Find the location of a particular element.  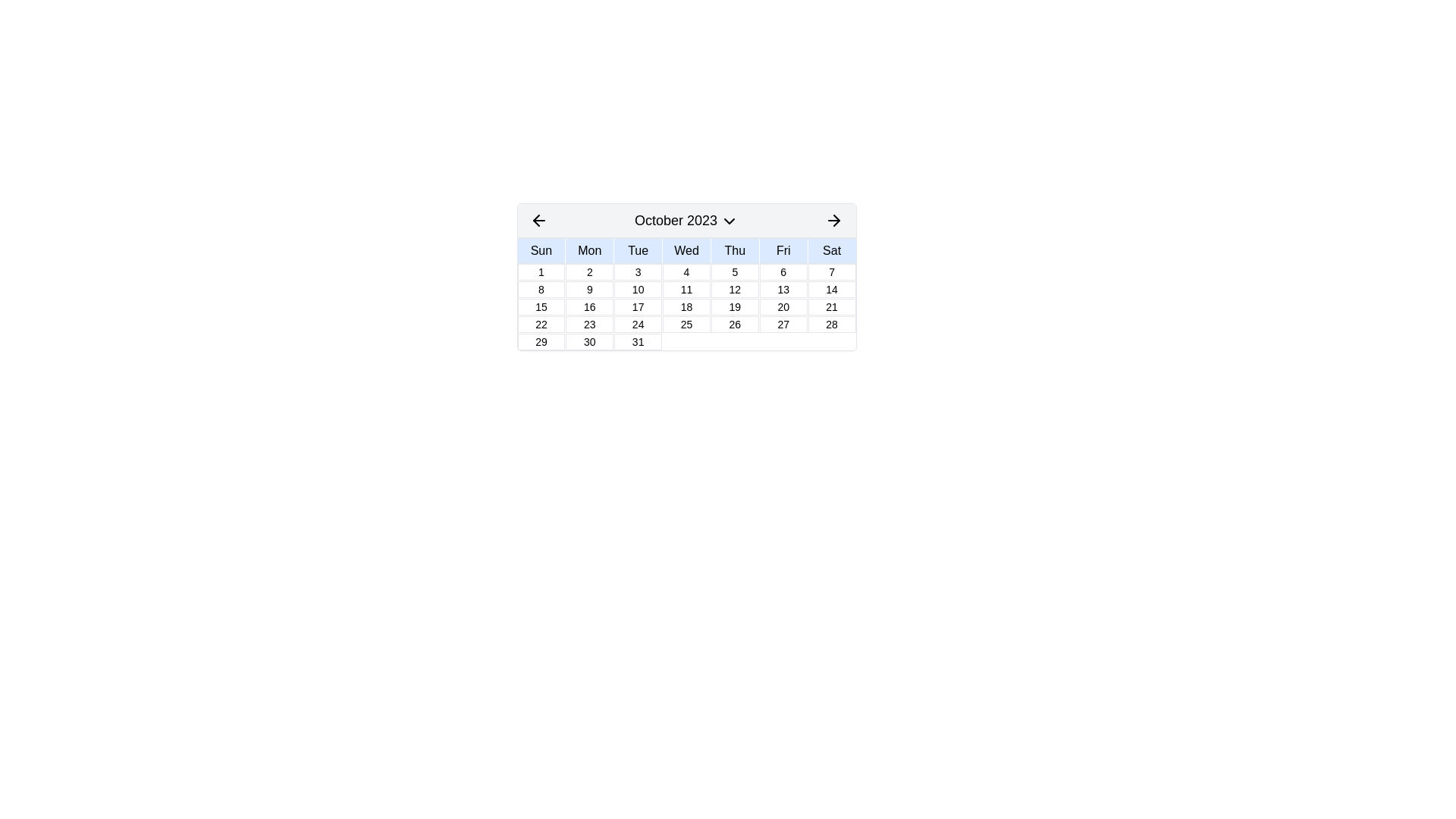

the static text label for the day abbreviation located between 'Mon' and 'Wed' in the calendar interface is located at coordinates (638, 250).